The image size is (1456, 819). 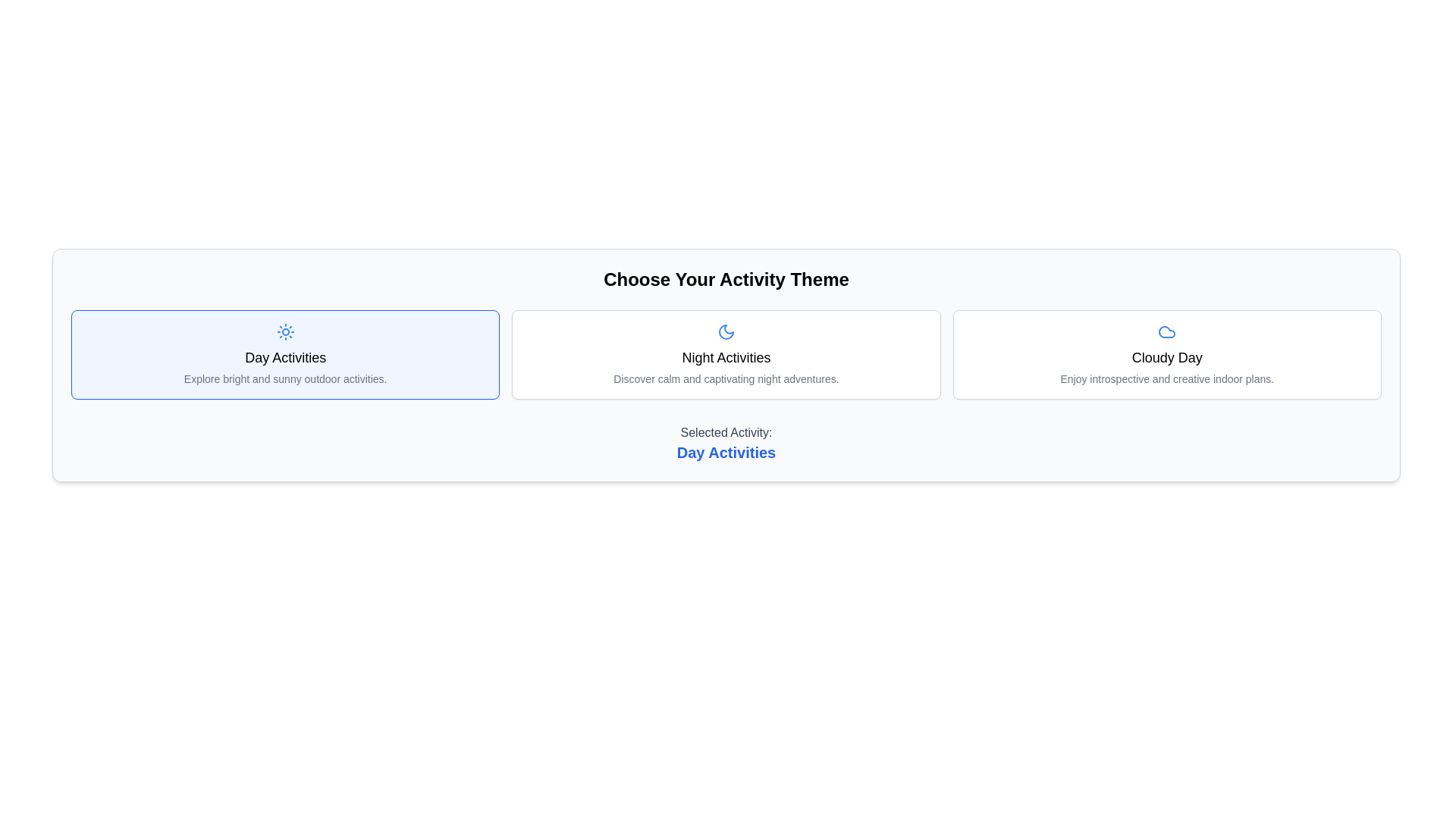 What do you see at coordinates (725, 378) in the screenshot?
I see `text fragment that says 'Discover calm and captivating night adventures.' located within the 'Night Activities' card, which is styled in a small gray font` at bounding box center [725, 378].